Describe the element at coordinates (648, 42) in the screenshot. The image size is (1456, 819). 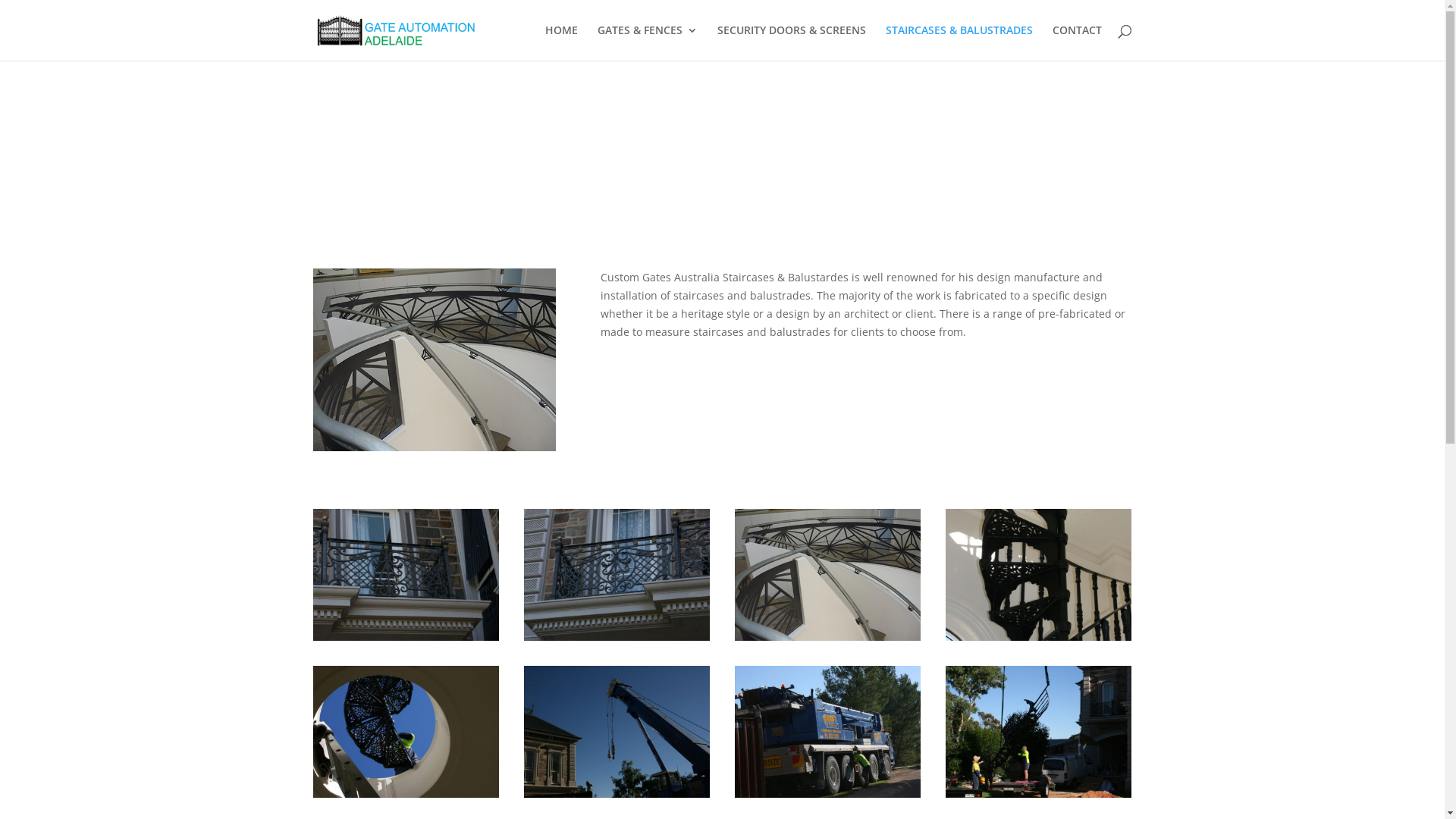
I see `'GATES & FENCES'` at that location.